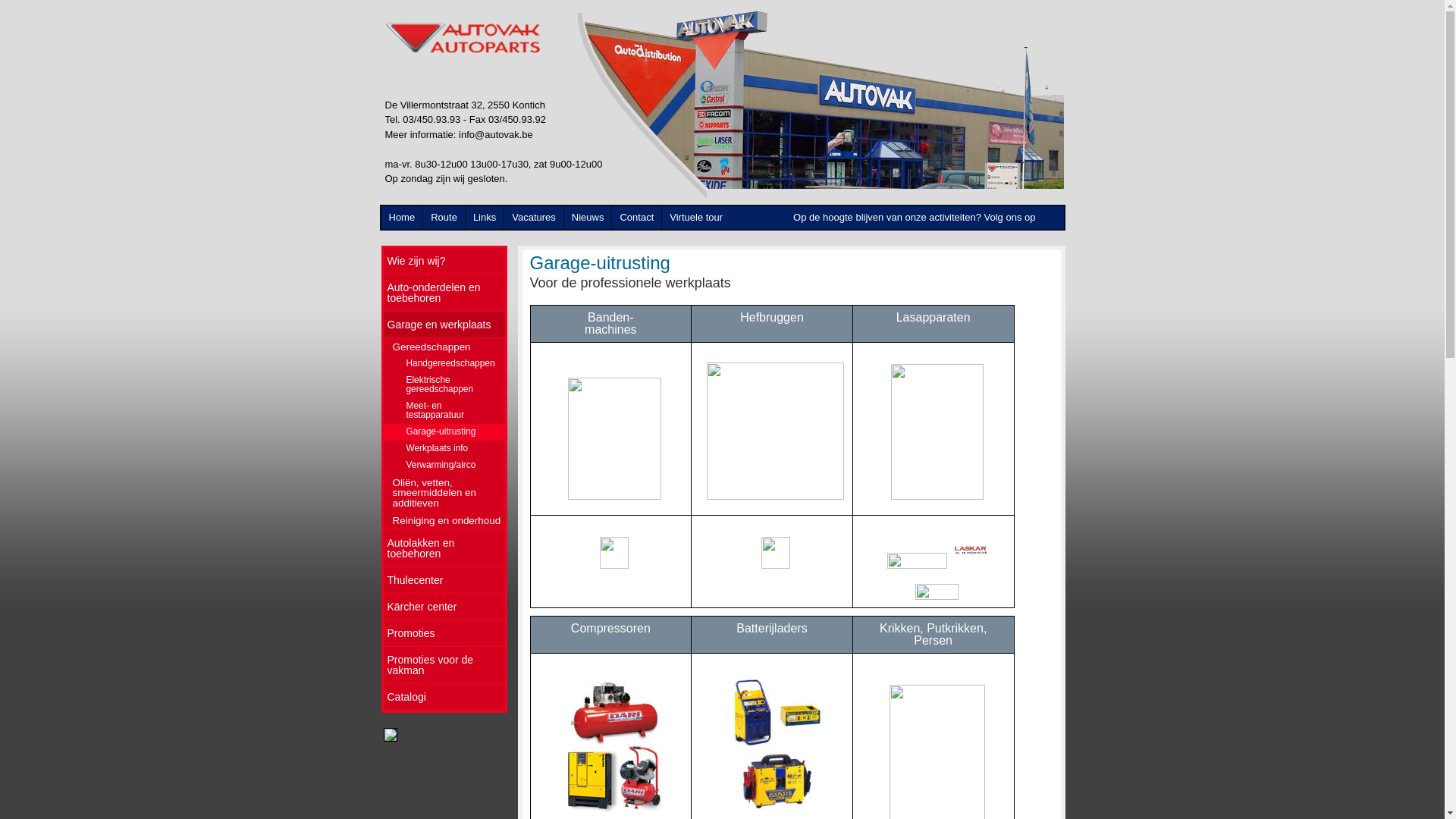 The height and width of the screenshot is (819, 1456). Describe the element at coordinates (443, 411) in the screenshot. I see `'Meet- en testapparatuur'` at that location.